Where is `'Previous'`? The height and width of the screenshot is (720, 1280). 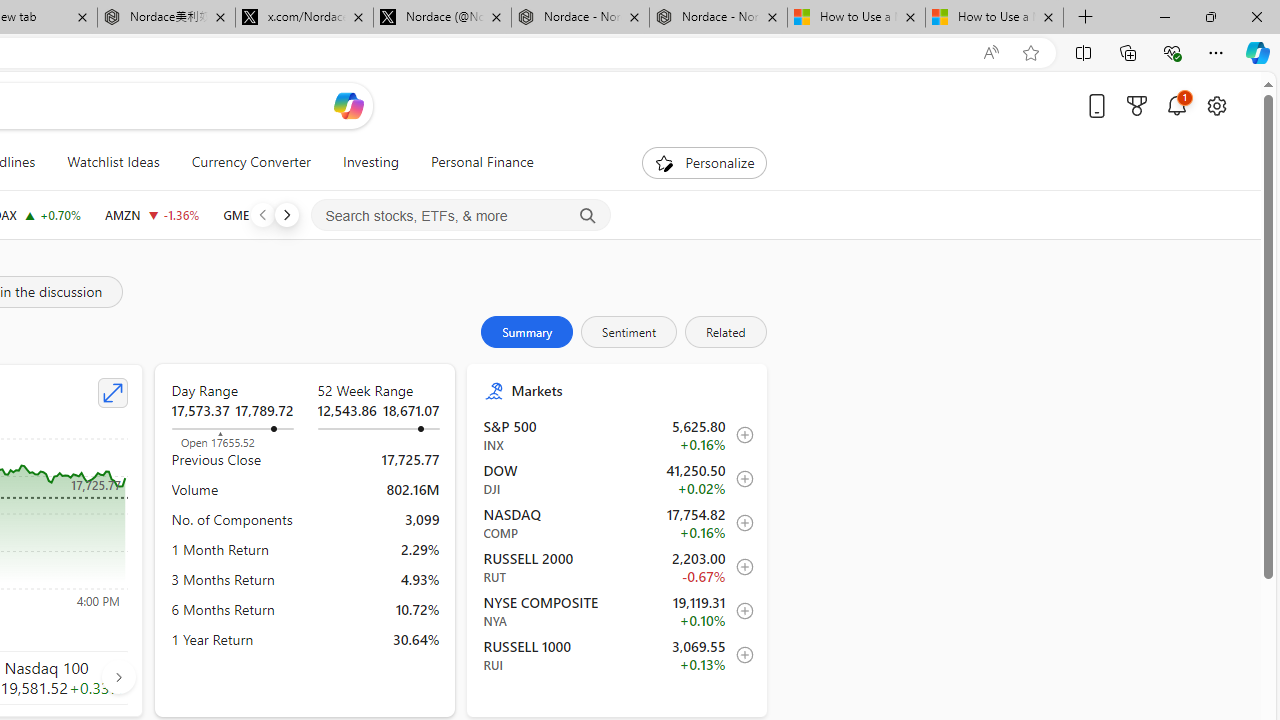 'Previous' is located at coordinates (261, 214).